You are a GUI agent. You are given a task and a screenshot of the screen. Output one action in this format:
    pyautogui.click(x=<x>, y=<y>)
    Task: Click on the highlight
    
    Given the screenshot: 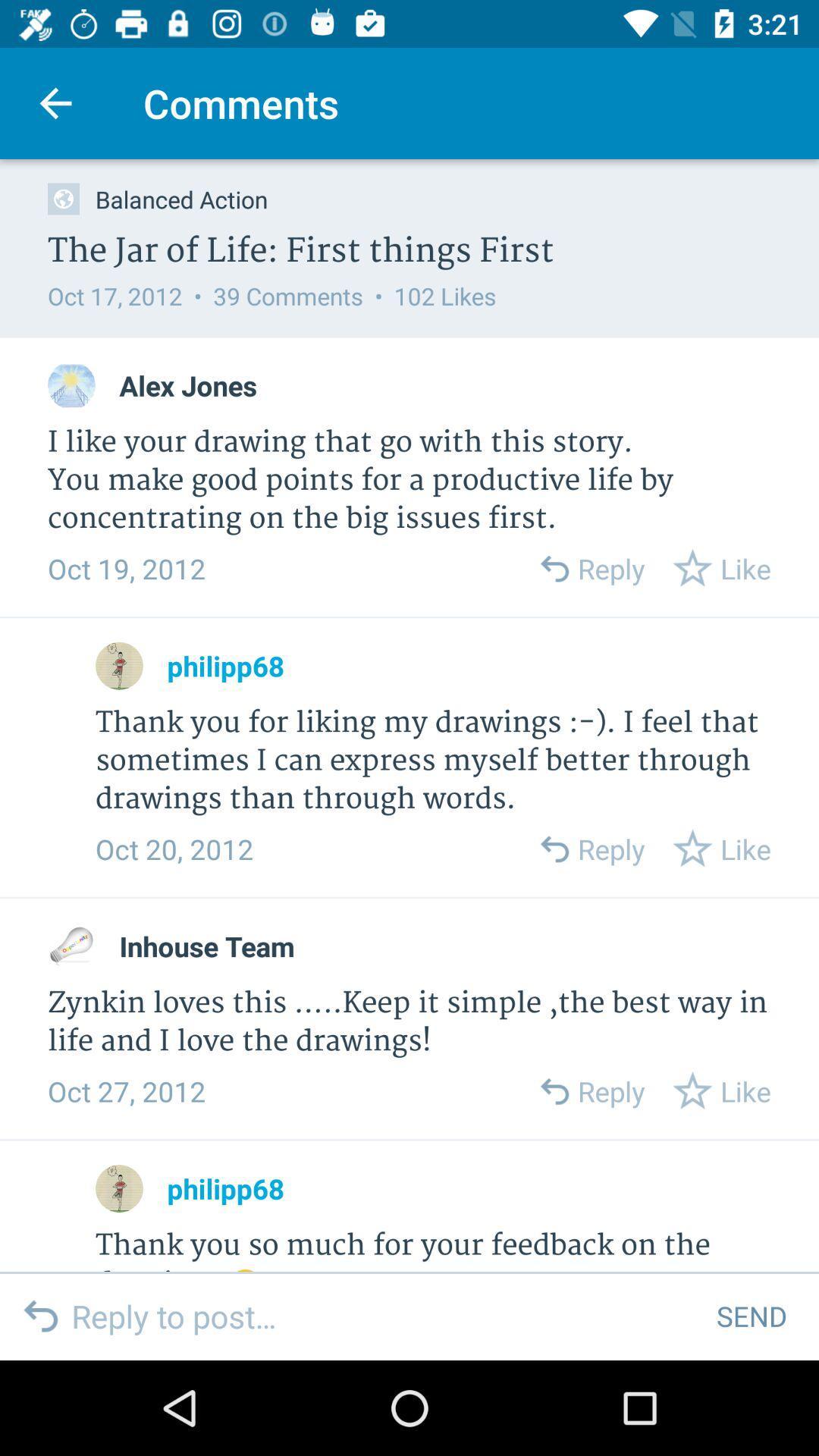 What is the action you would take?
    pyautogui.click(x=71, y=946)
    